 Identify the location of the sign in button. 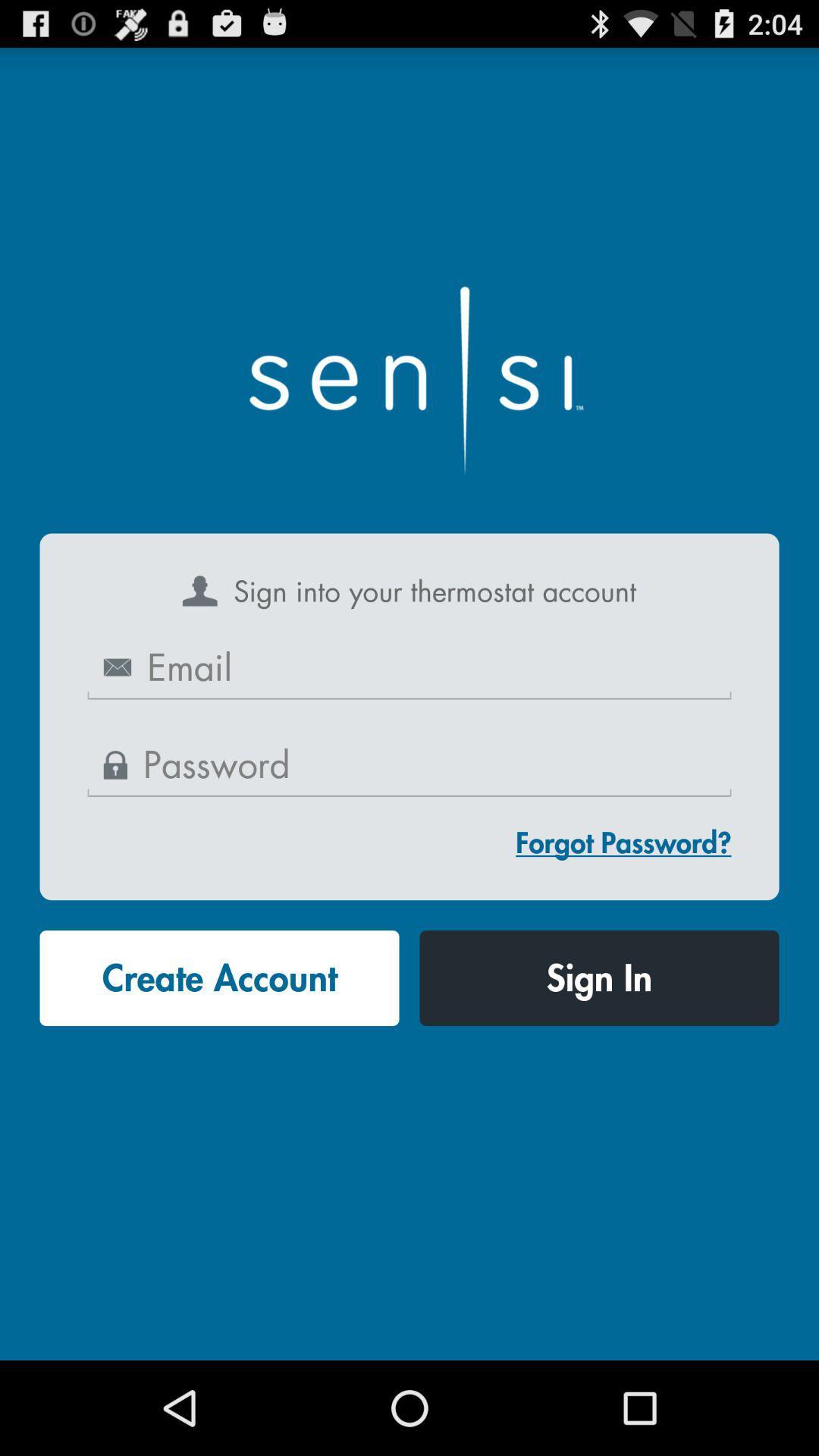
(598, 978).